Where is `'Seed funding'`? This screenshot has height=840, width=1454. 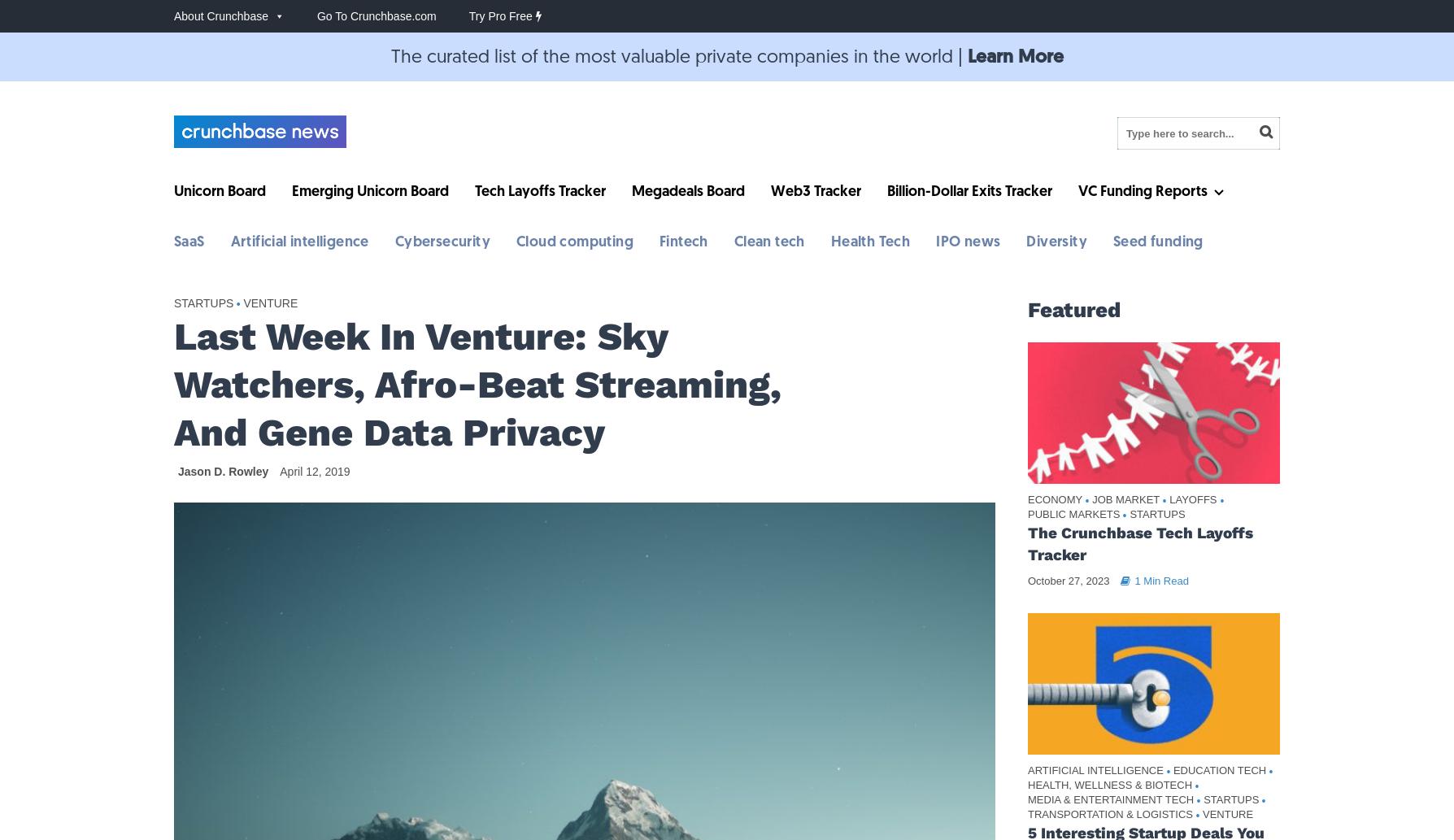 'Seed funding' is located at coordinates (1157, 242).